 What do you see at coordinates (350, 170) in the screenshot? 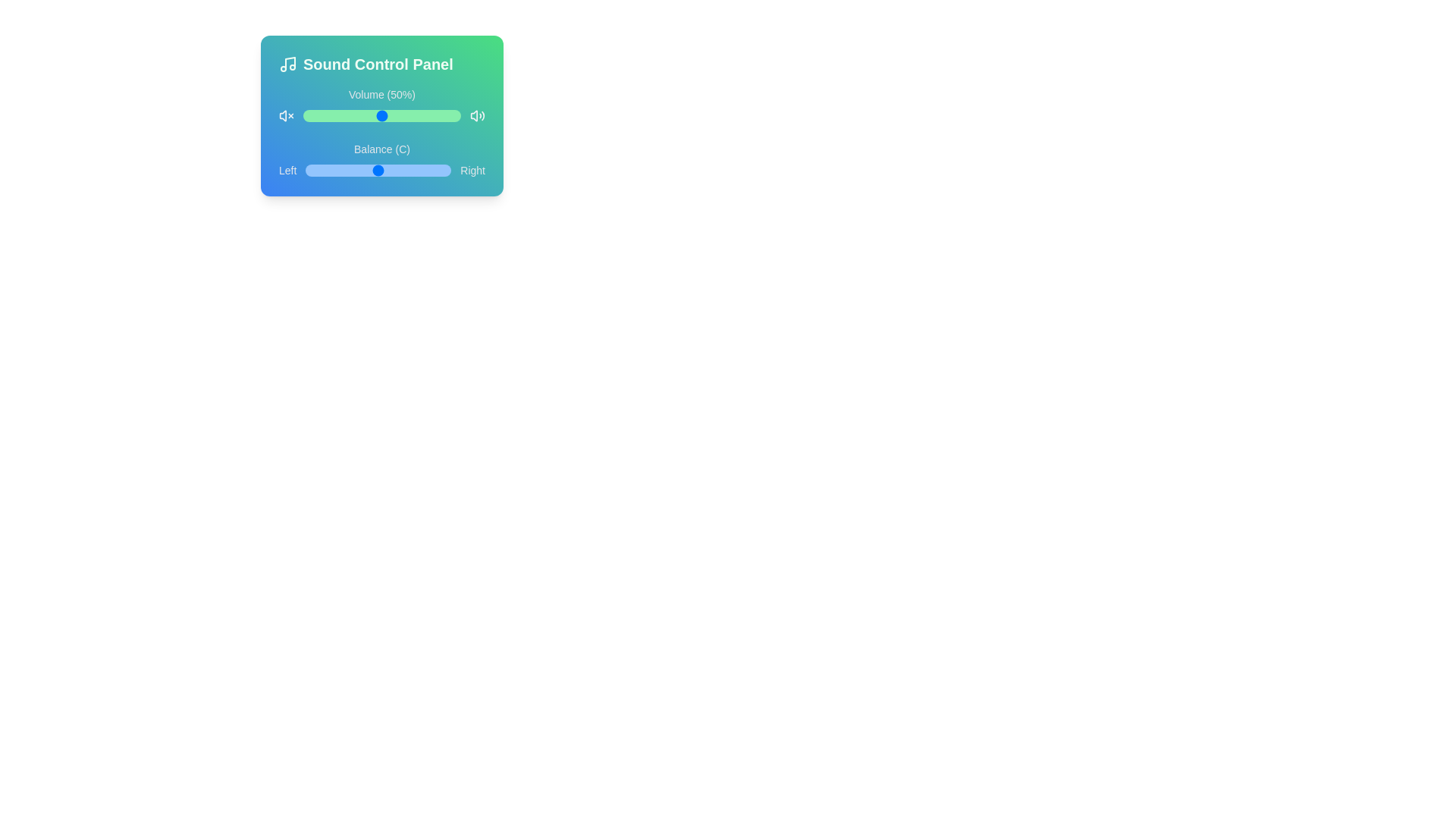
I see `balance` at bounding box center [350, 170].